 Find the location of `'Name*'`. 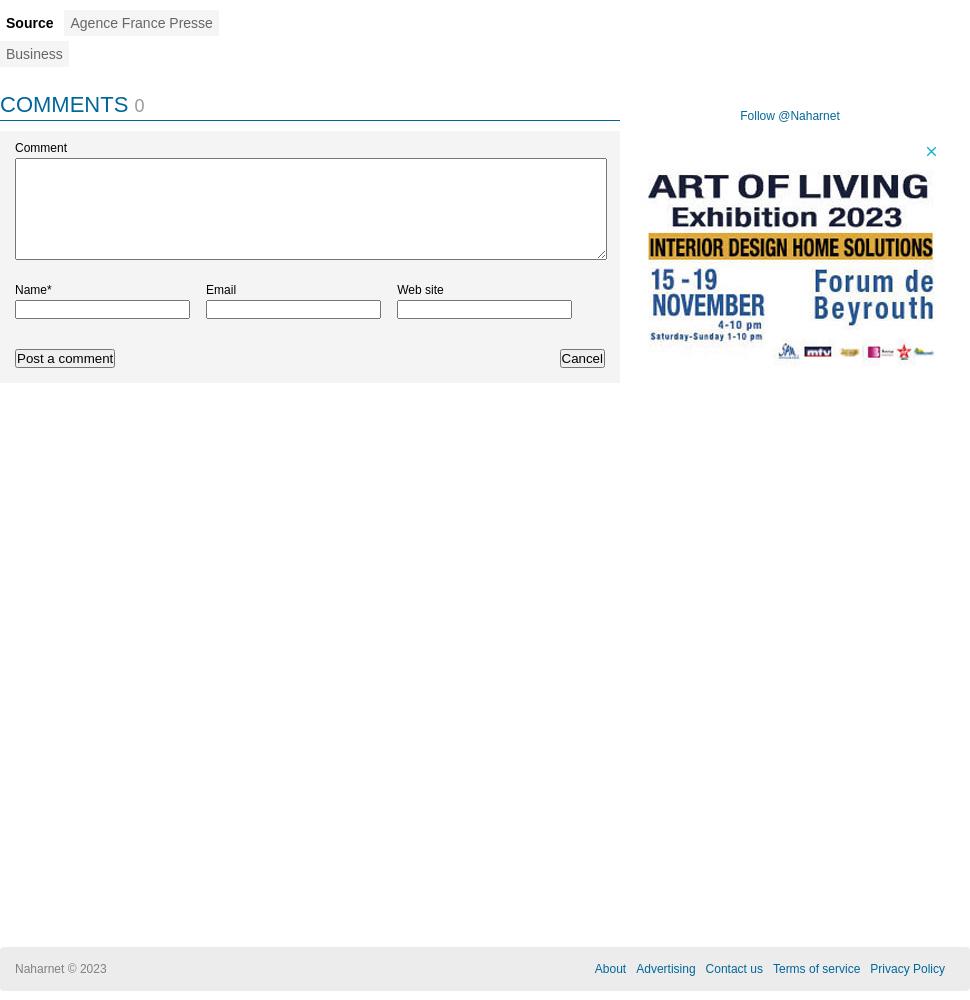

'Name*' is located at coordinates (32, 290).